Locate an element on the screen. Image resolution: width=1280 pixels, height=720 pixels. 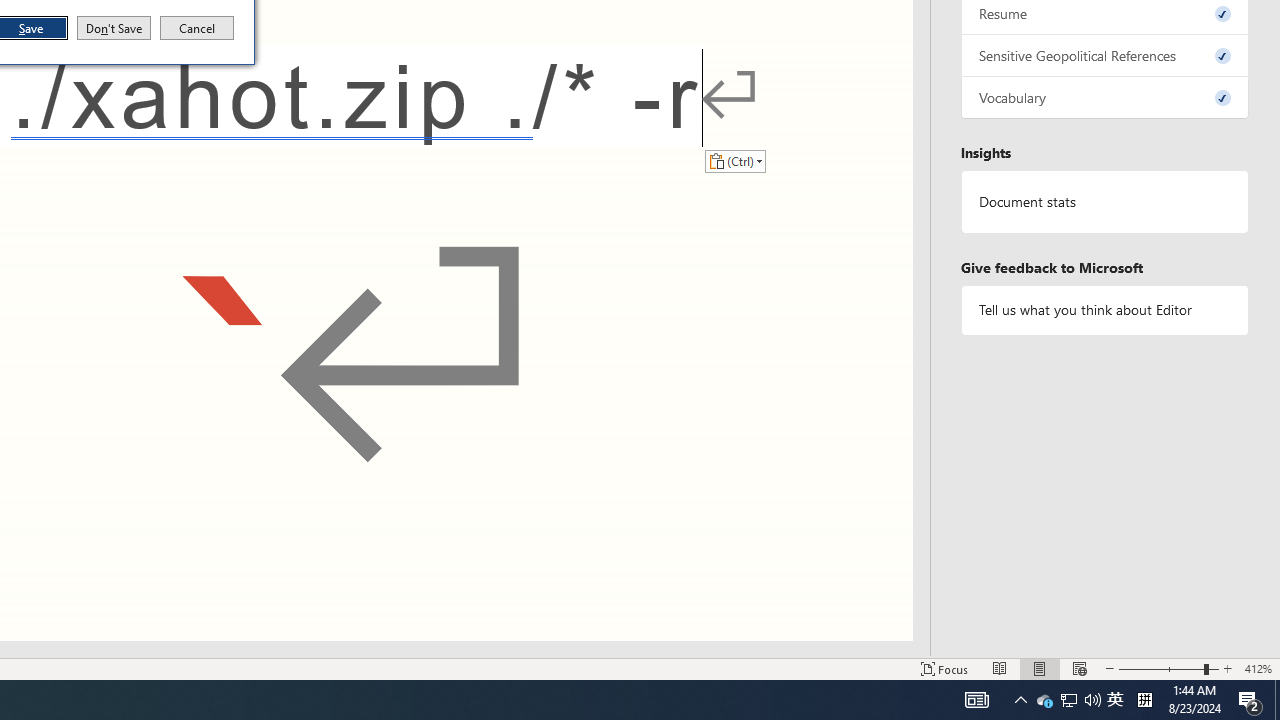
'Don' is located at coordinates (112, 28).